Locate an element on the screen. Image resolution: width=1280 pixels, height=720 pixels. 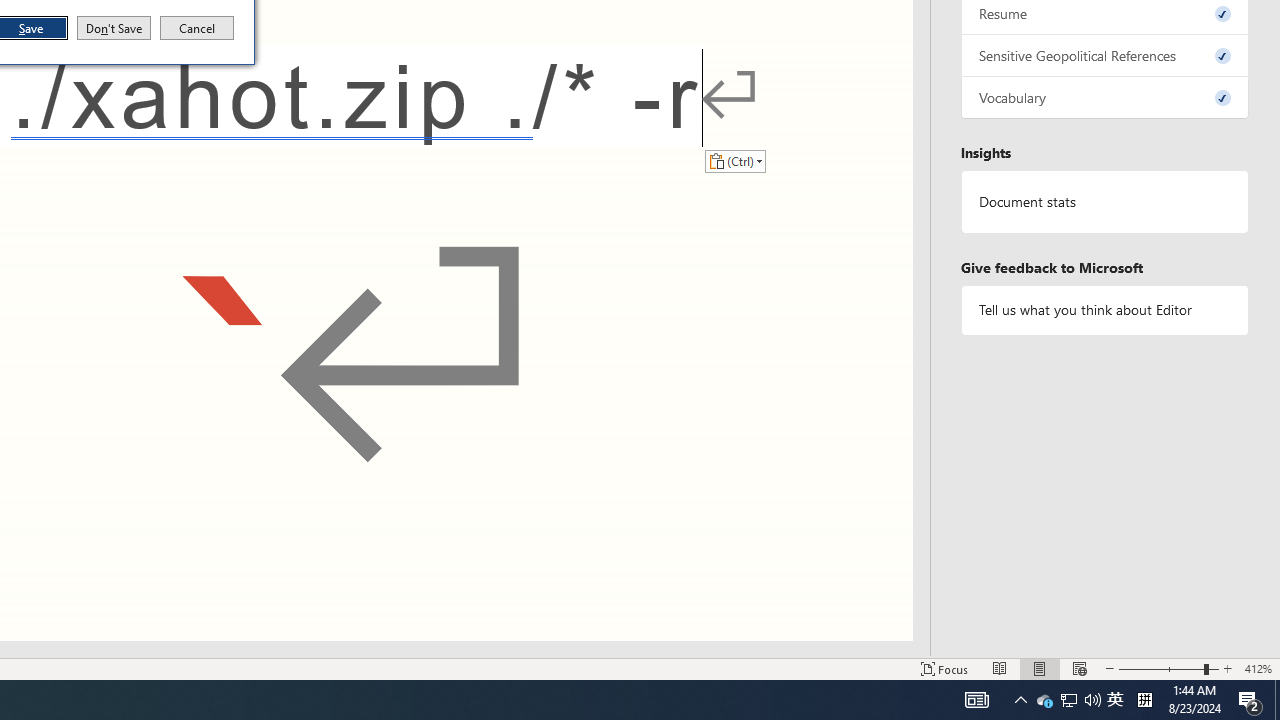
'Don' is located at coordinates (112, 28).